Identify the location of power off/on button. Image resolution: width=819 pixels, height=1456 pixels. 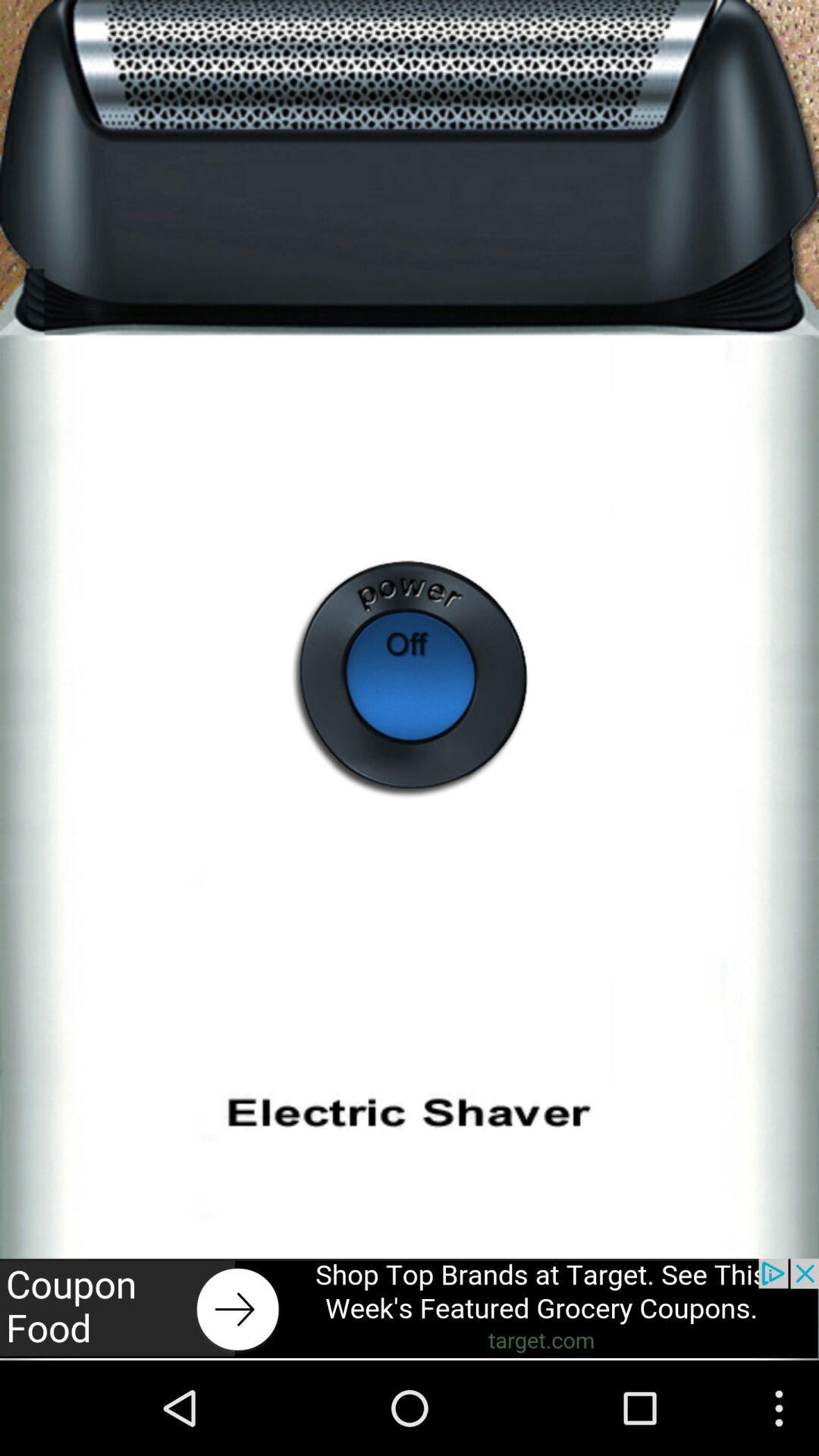
(409, 679).